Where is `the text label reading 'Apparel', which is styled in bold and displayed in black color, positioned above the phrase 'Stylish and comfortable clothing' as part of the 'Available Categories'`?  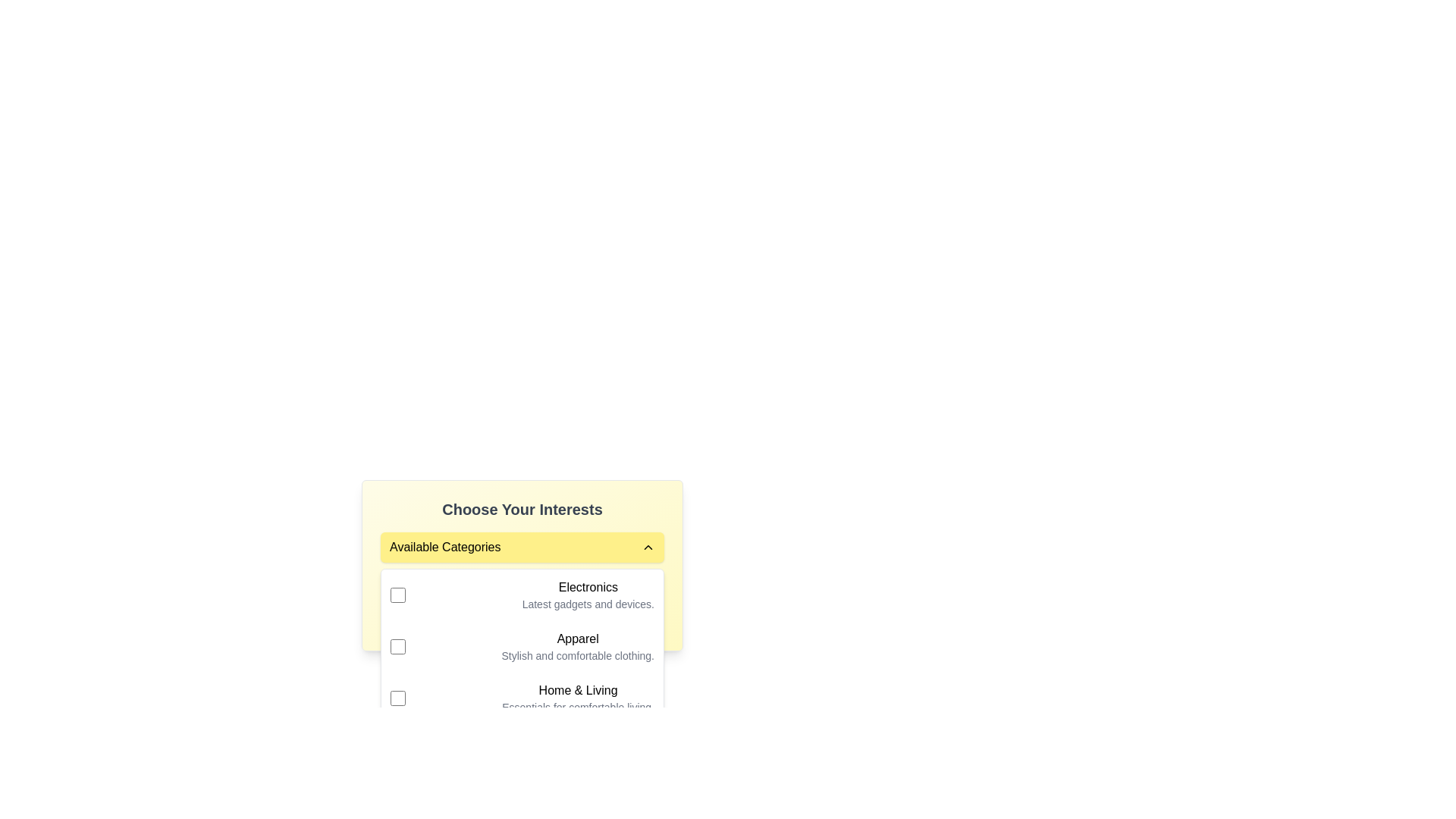 the text label reading 'Apparel', which is styled in bold and displayed in black color, positioned above the phrase 'Stylish and comfortable clothing' as part of the 'Available Categories' is located at coordinates (577, 639).